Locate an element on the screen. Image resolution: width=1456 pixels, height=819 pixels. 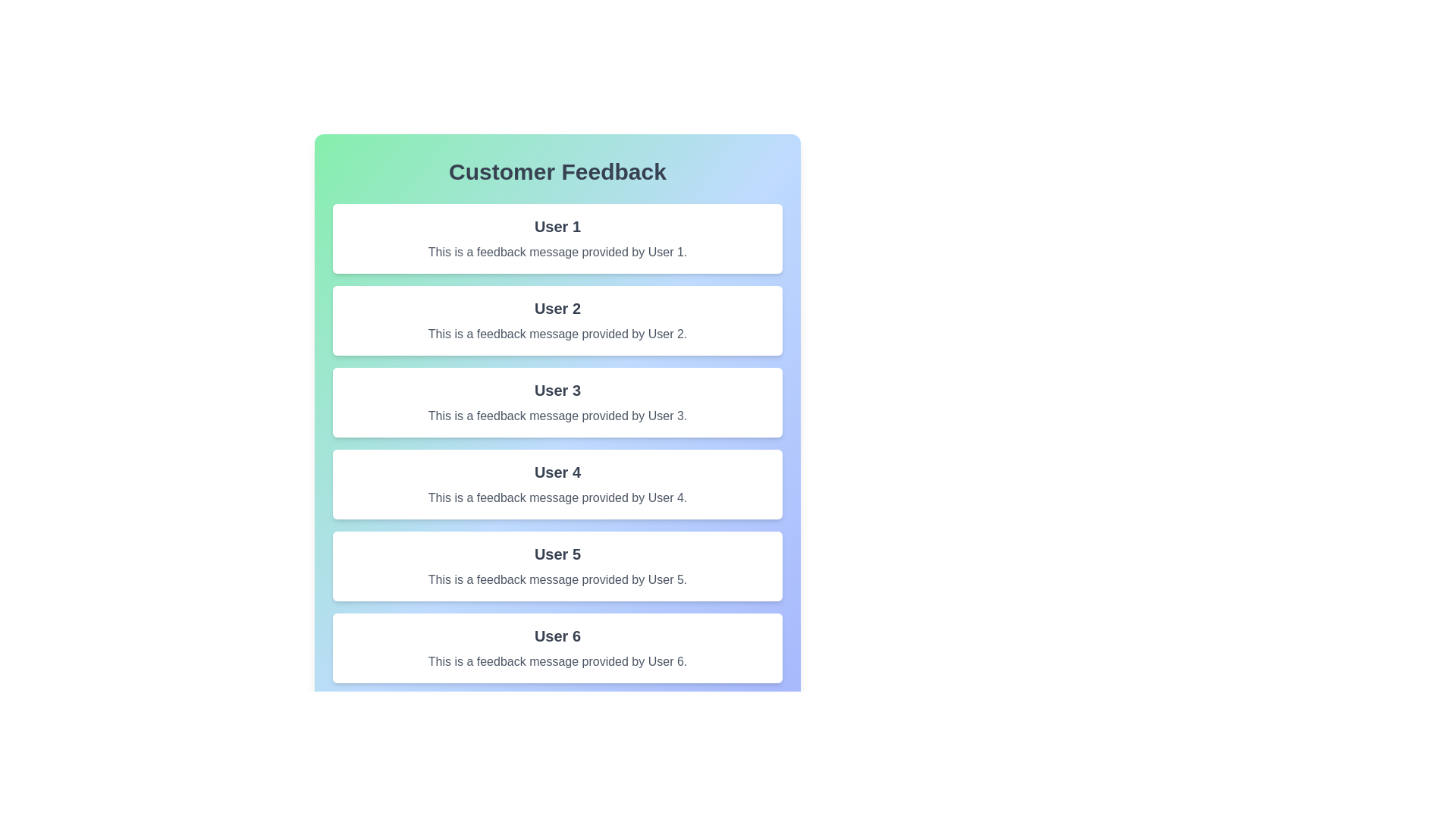
the text label that reads 'This is a feedback message provided by User 5.' located within the fifth card down the list, situated directly below the heading 'User 5' is located at coordinates (557, 579).